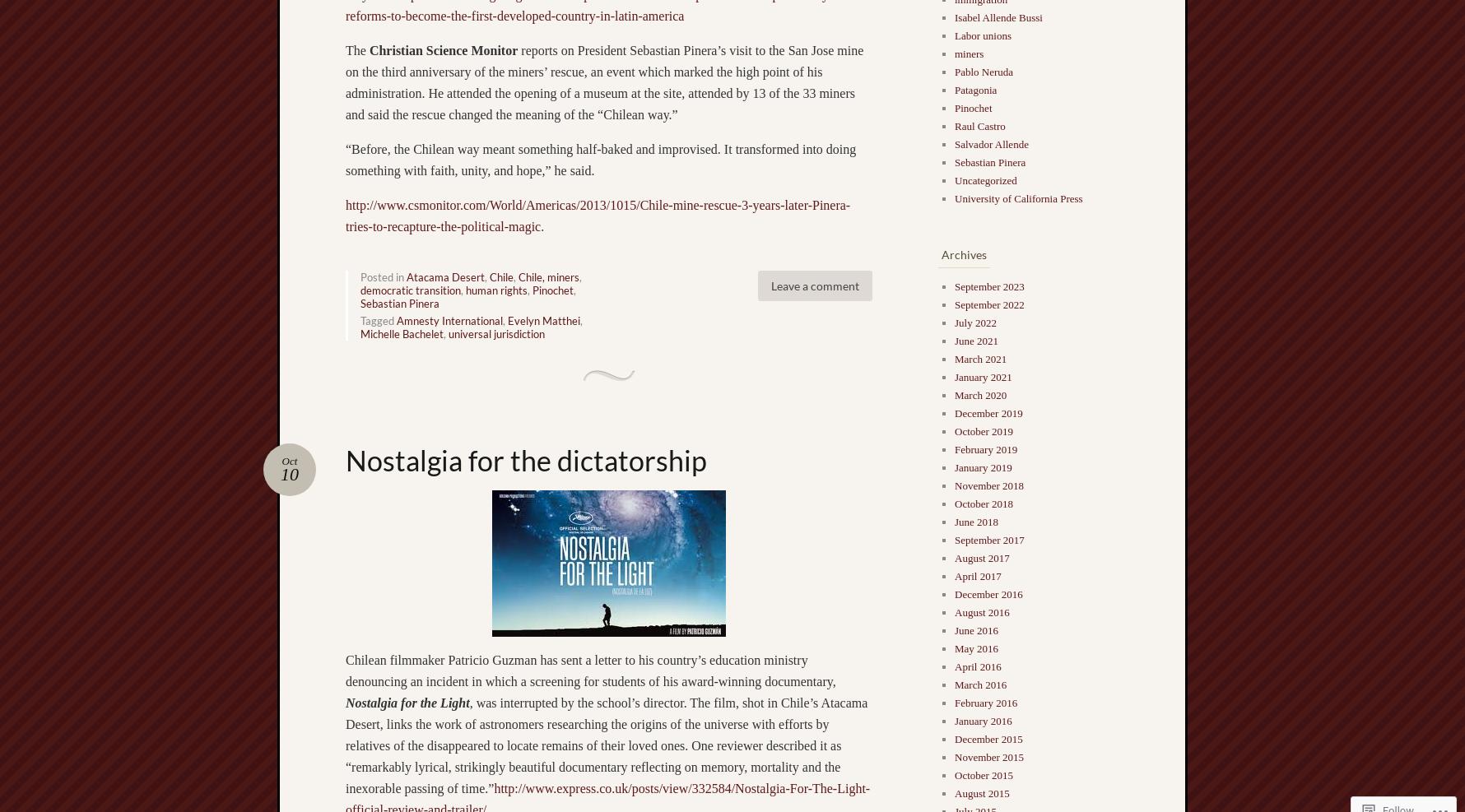 The width and height of the screenshot is (1465, 812). Describe the element at coordinates (597, 215) in the screenshot. I see `'http://www.csmonitor.com/World/Americas/2013/1015/Chile-mine-rescue-3-years-later-Pinera-tries-to-recapture-the-political-magic'` at that location.